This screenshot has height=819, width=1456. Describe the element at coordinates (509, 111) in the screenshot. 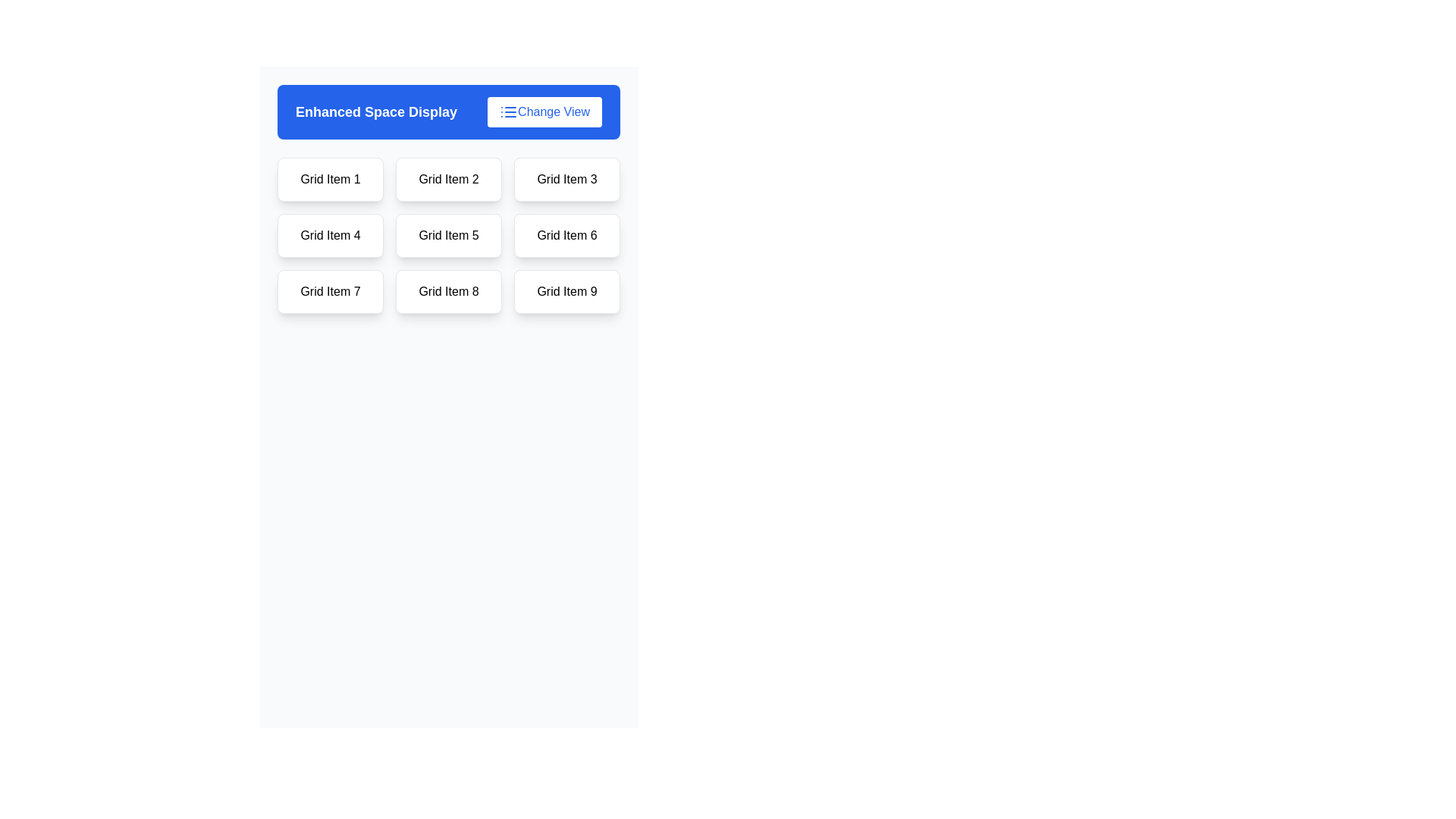

I see `the 'Change View' button which contains an icon resembling three horizontal lines stacked vertically, styled in blue` at that location.